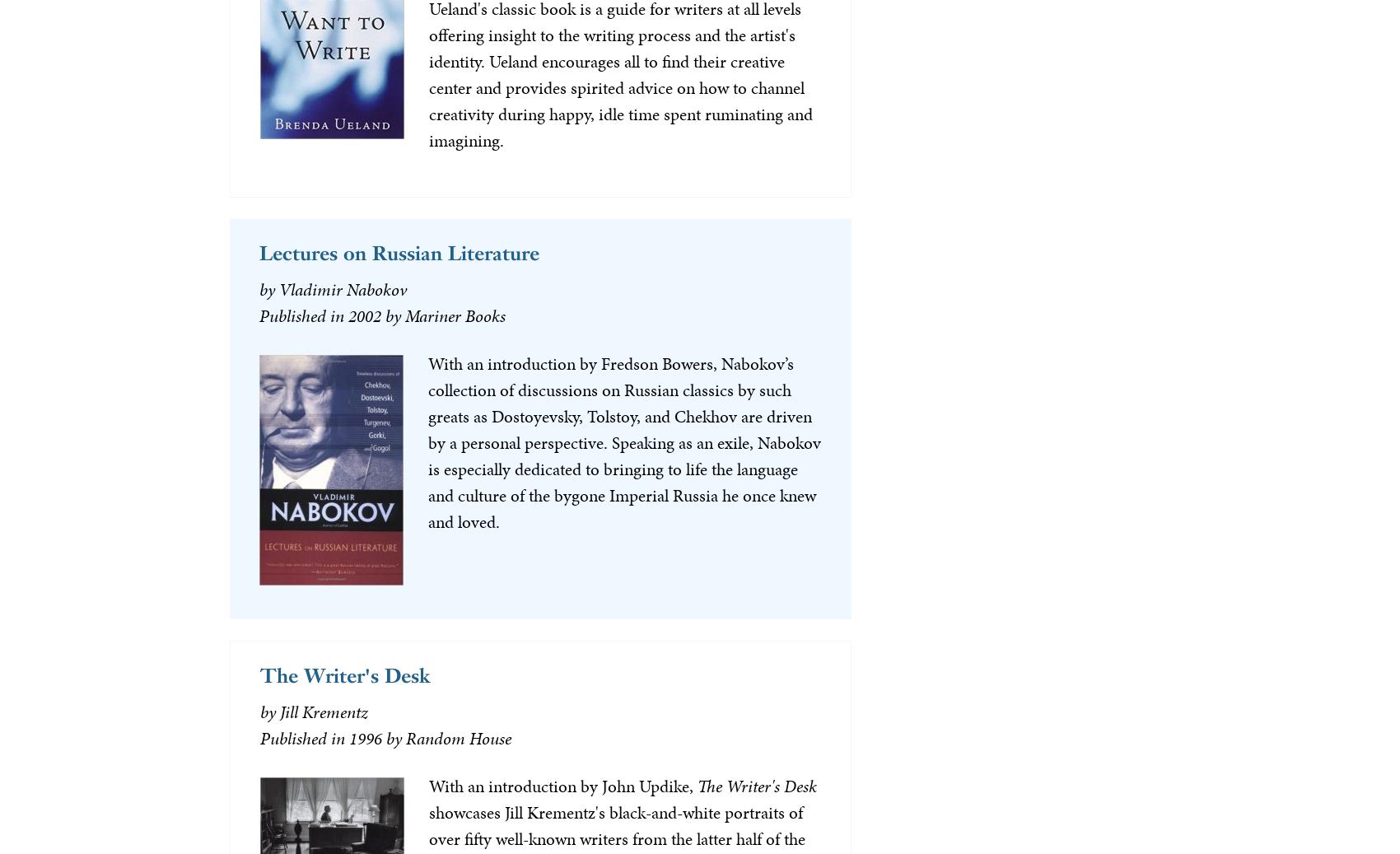 The width and height of the screenshot is (1400, 854). Describe the element at coordinates (443, 314) in the screenshot. I see `'by Mariner Books'` at that location.